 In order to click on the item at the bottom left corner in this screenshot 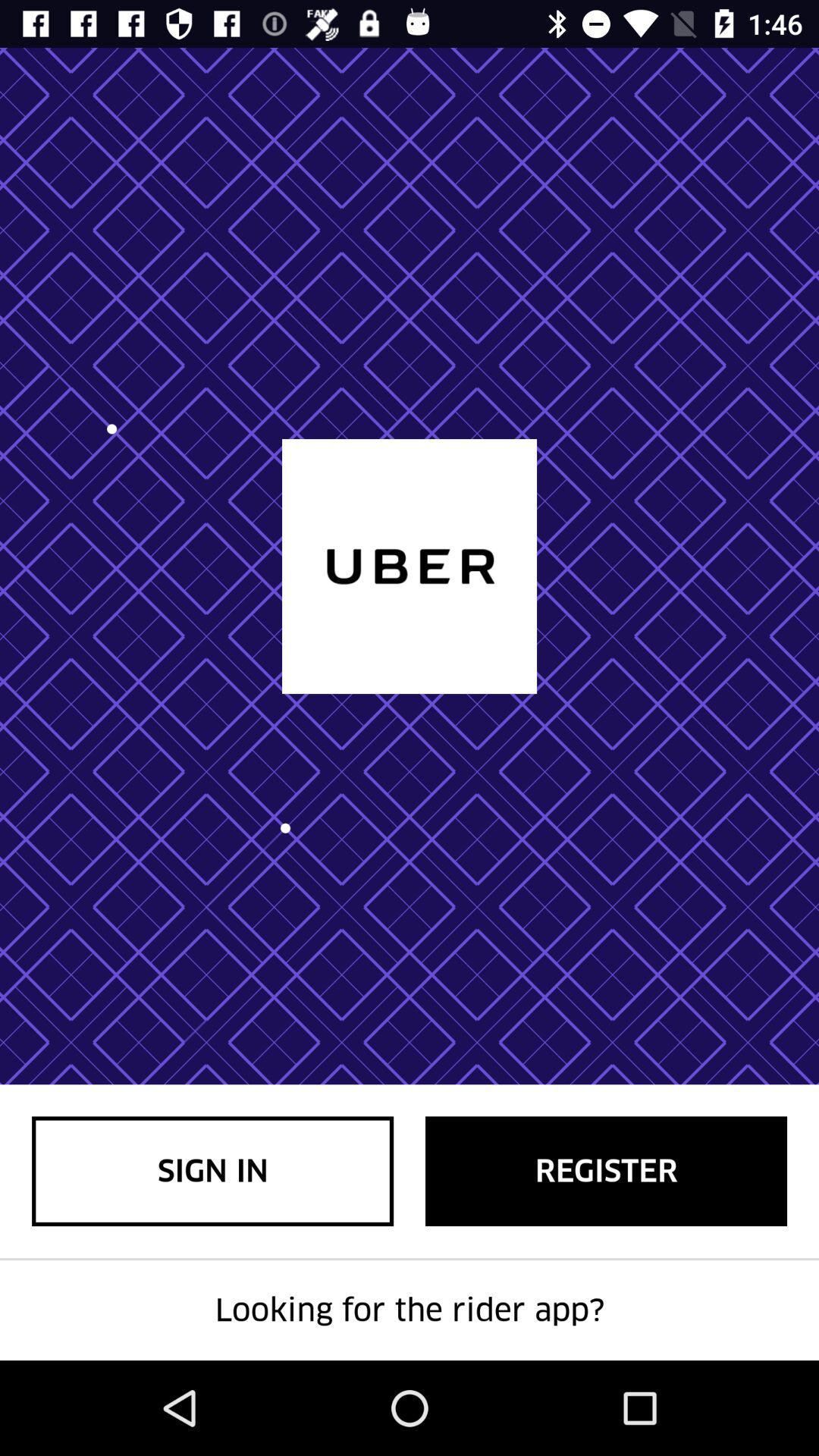, I will do `click(212, 1170)`.